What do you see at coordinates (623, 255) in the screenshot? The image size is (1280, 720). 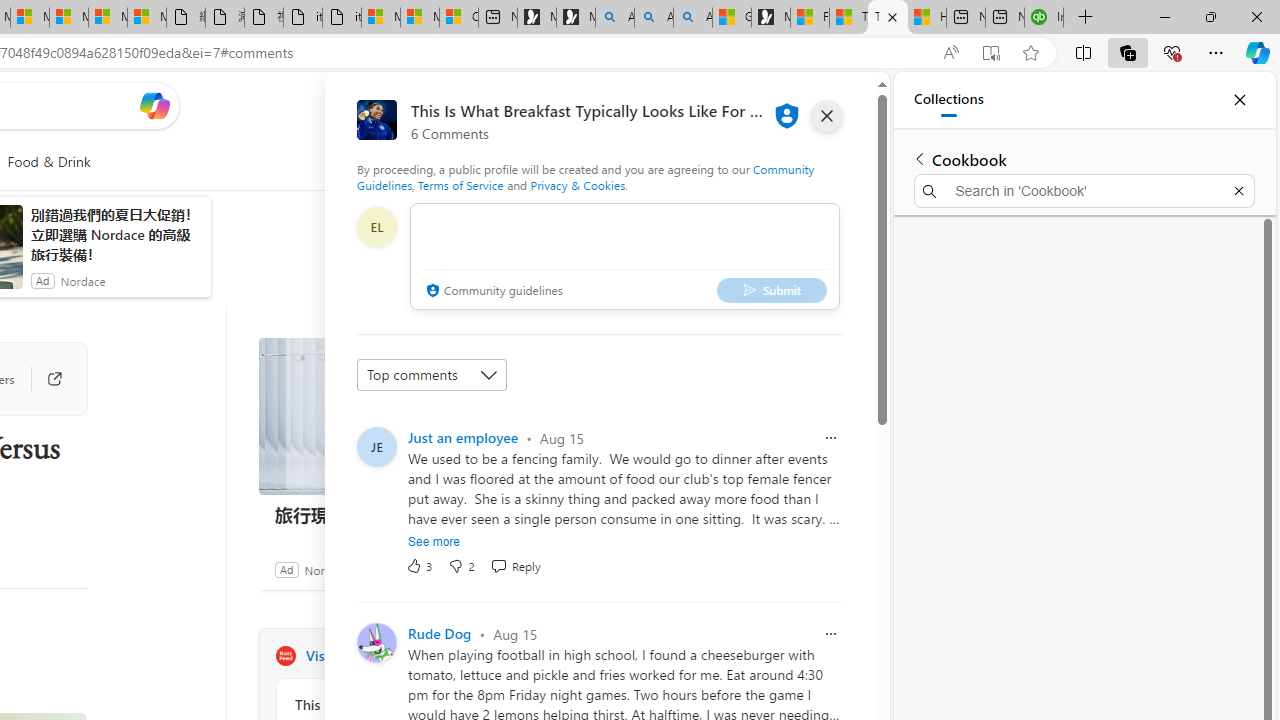 I see `'comment-box'` at bounding box center [623, 255].